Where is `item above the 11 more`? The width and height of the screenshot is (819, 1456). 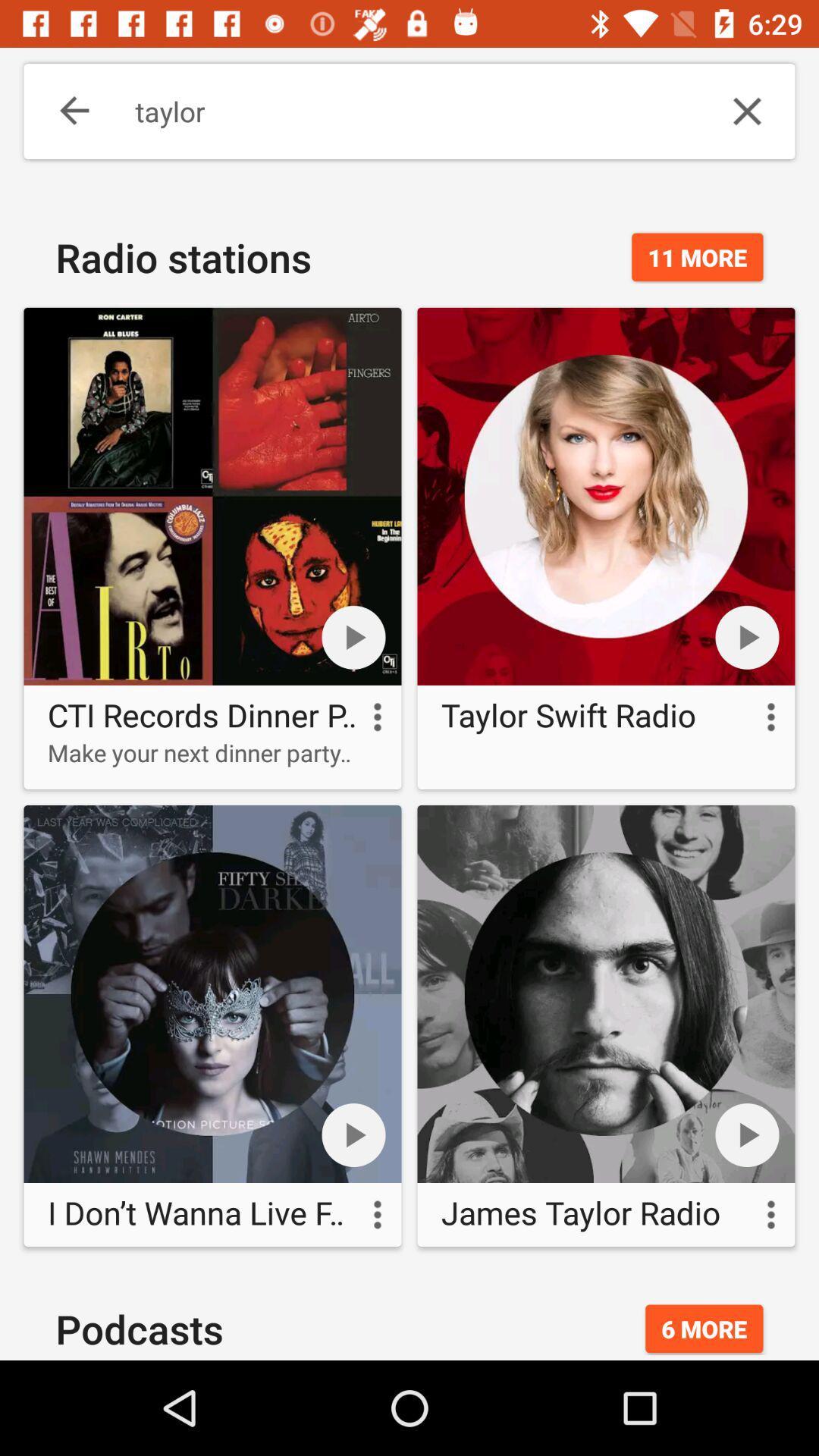 item above the 11 more is located at coordinates (746, 111).